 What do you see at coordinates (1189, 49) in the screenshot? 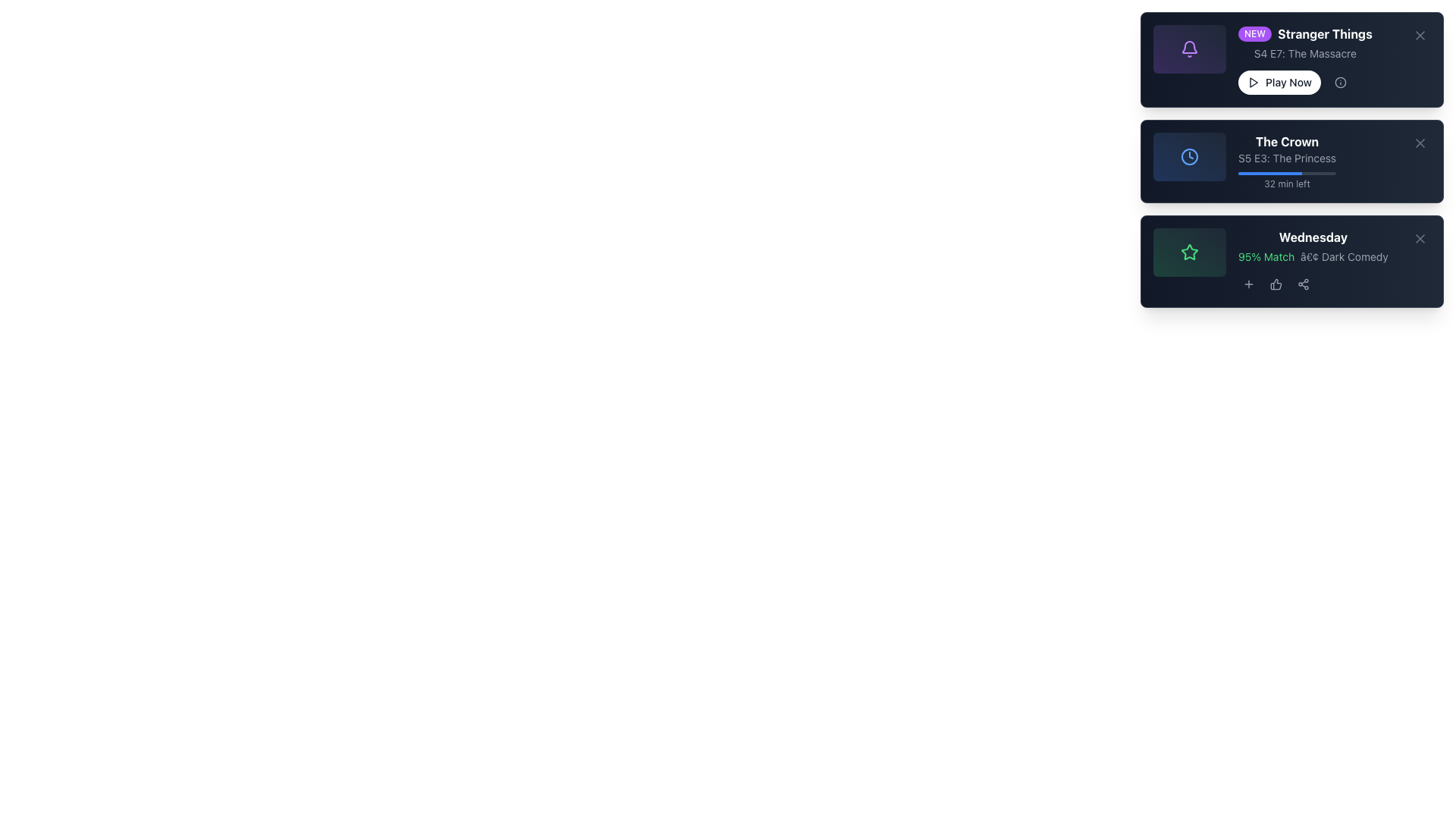
I see `the bell icon with a purple stroke and hollow appearance located in the topmost dark rectangle` at bounding box center [1189, 49].